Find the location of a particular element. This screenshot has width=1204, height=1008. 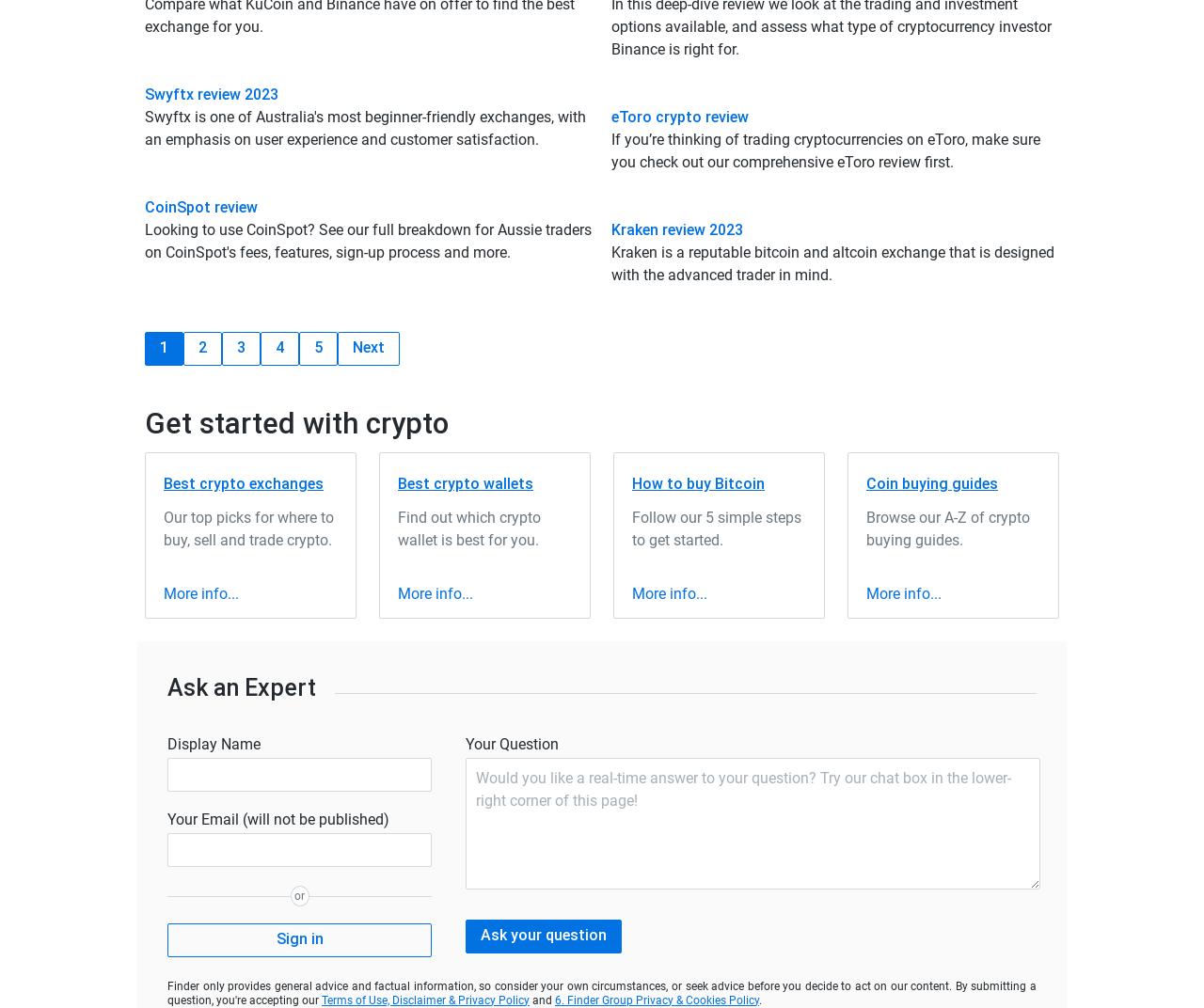

'Browse our A-Z of crypto buying guides.' is located at coordinates (948, 527).